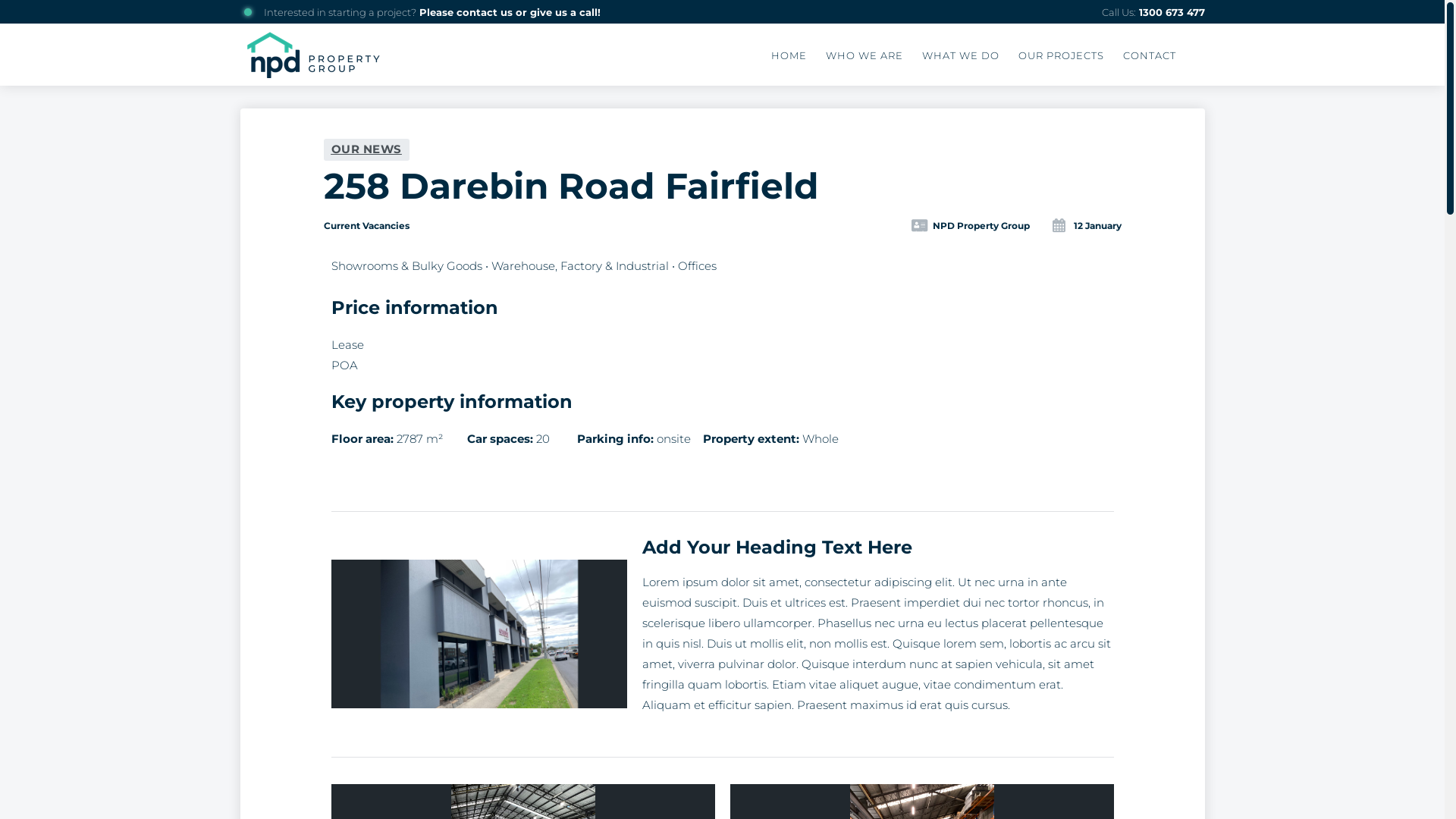  I want to click on 'Call Us: 1300 673 477', so click(1153, 11).